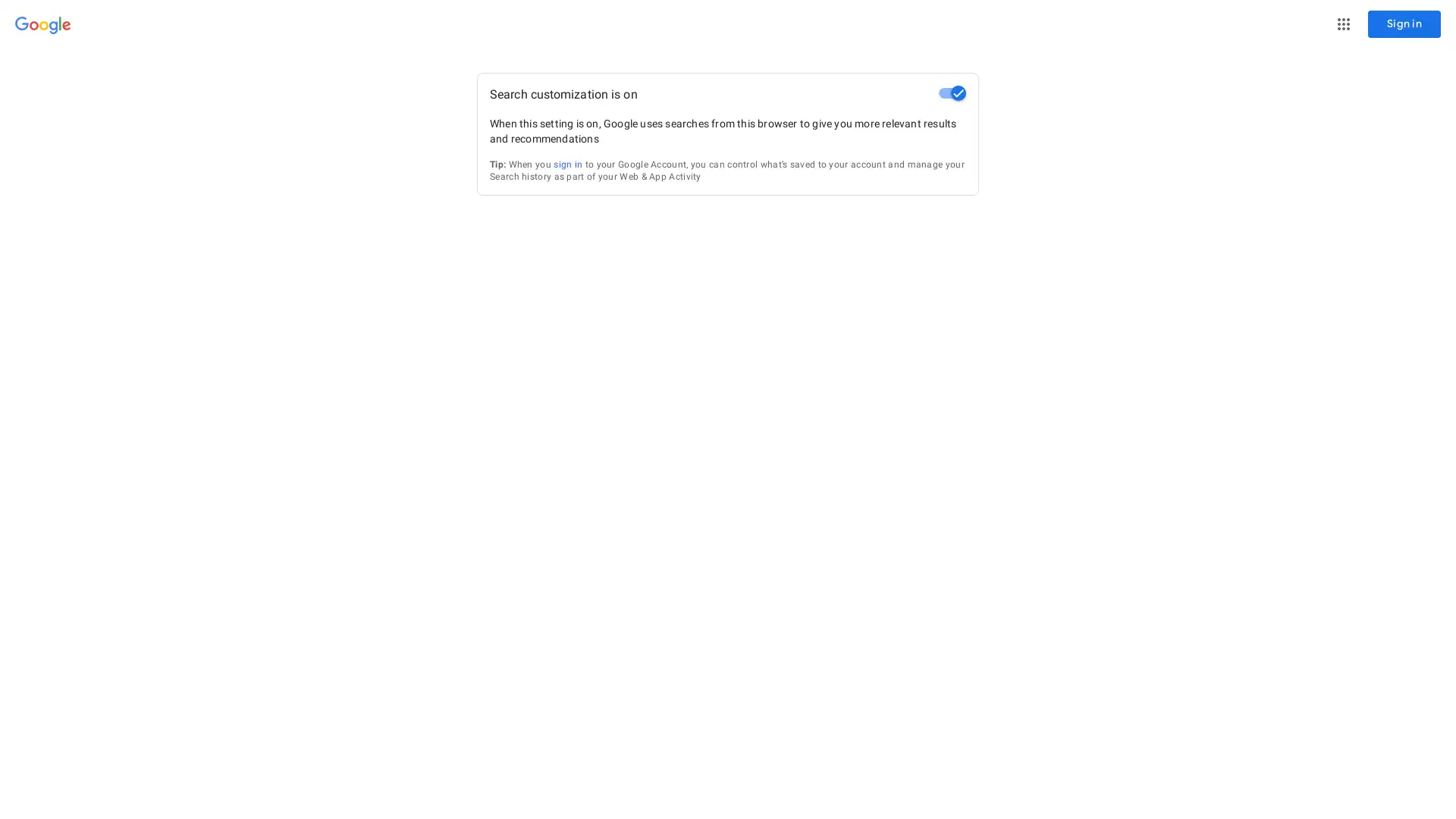  Describe the element at coordinates (1343, 24) in the screenshot. I see `Google apps` at that location.